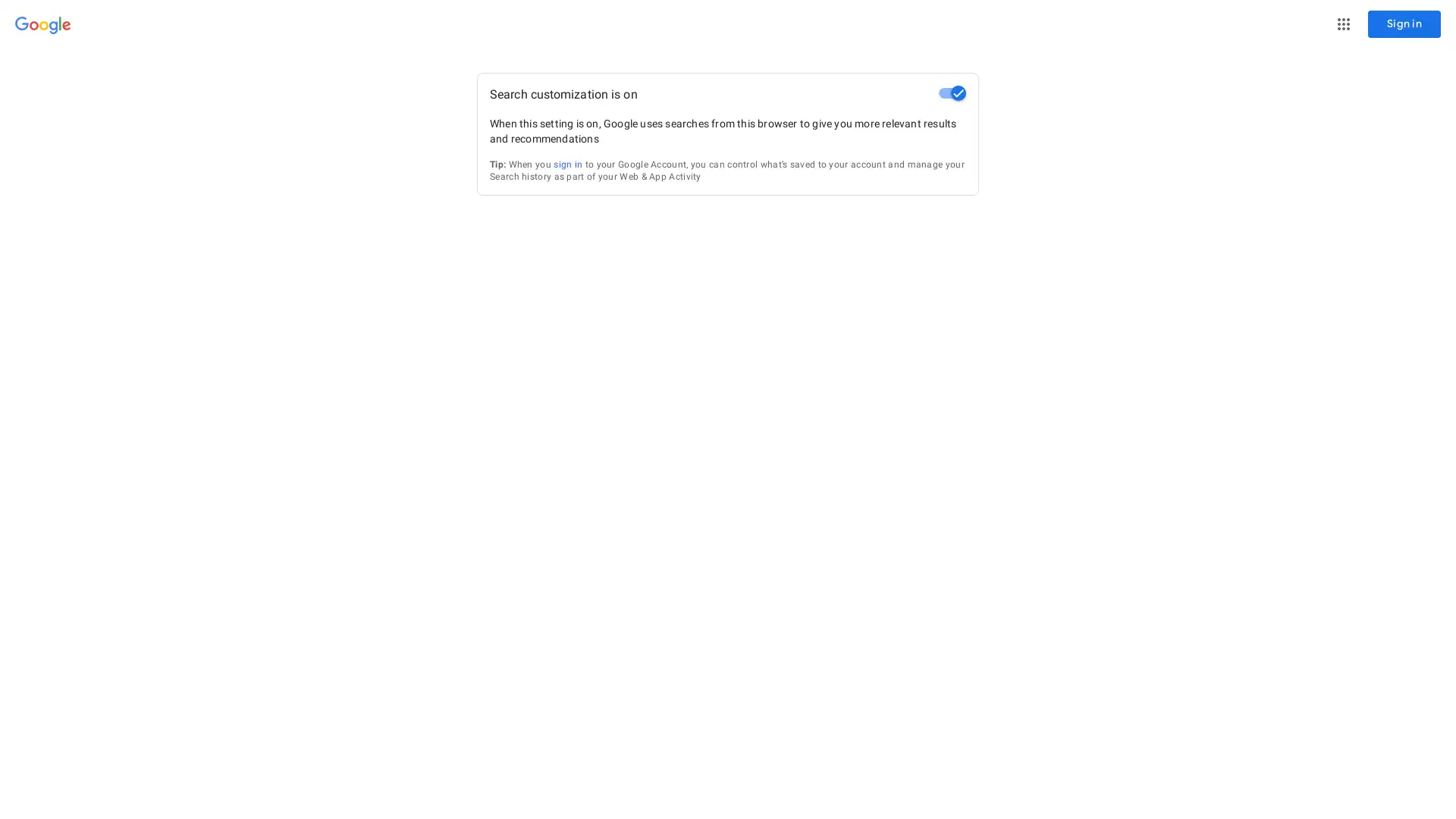  Describe the element at coordinates (1343, 24) in the screenshot. I see `Google apps` at that location.